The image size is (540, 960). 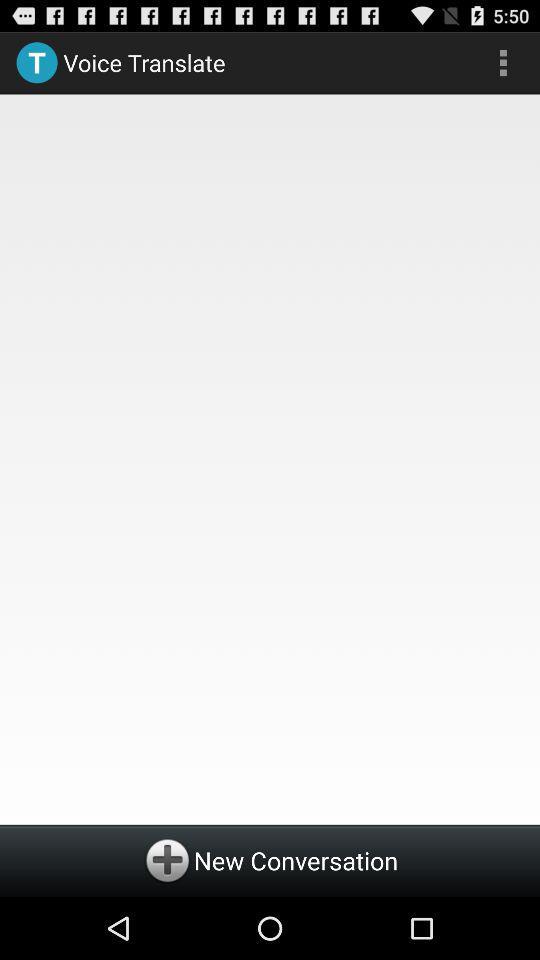 I want to click on begin a new conversation, so click(x=270, y=859).